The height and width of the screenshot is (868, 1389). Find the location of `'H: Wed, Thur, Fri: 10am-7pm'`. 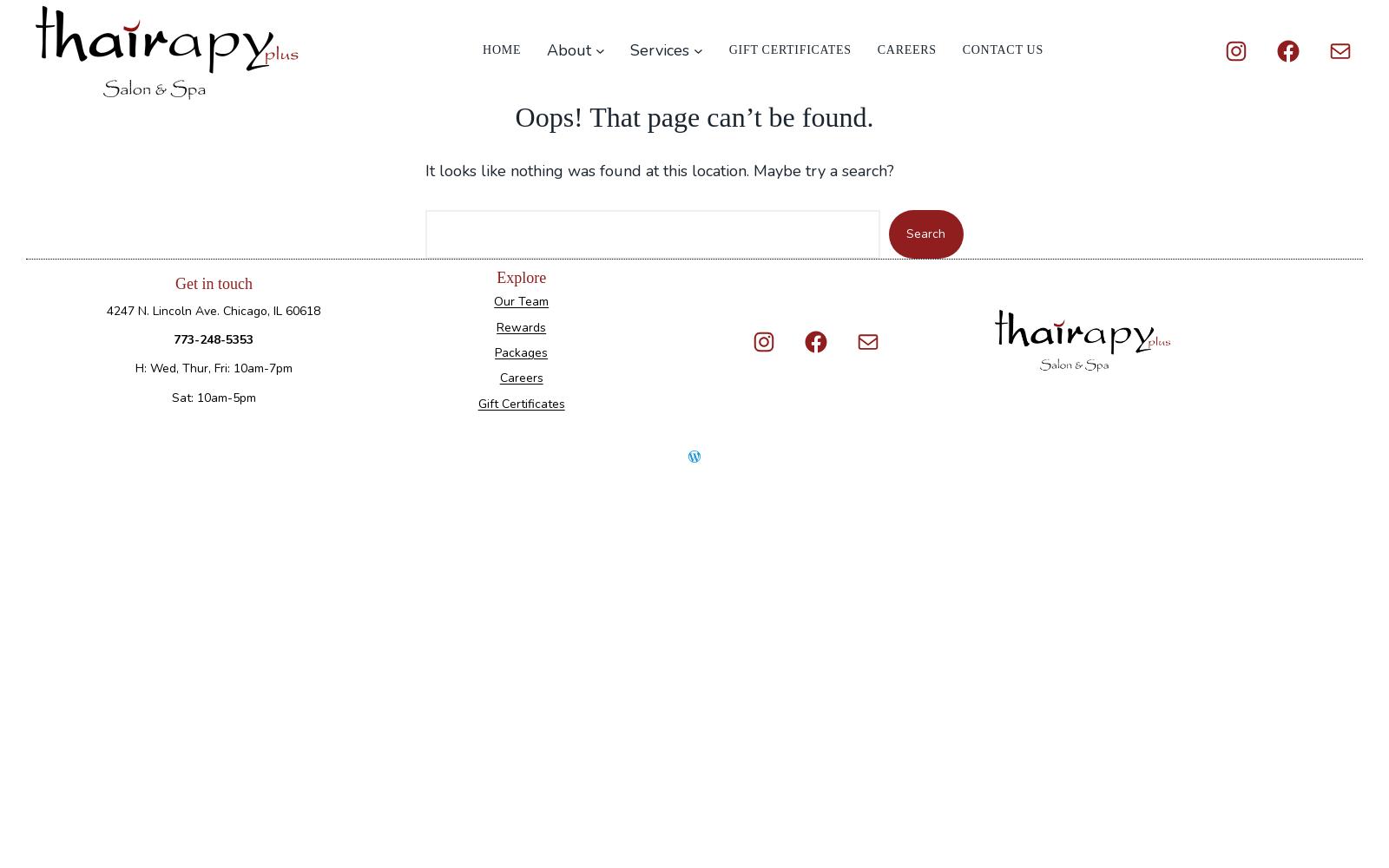

'H: Wed, Thur, Fri: 10am-7pm' is located at coordinates (213, 368).